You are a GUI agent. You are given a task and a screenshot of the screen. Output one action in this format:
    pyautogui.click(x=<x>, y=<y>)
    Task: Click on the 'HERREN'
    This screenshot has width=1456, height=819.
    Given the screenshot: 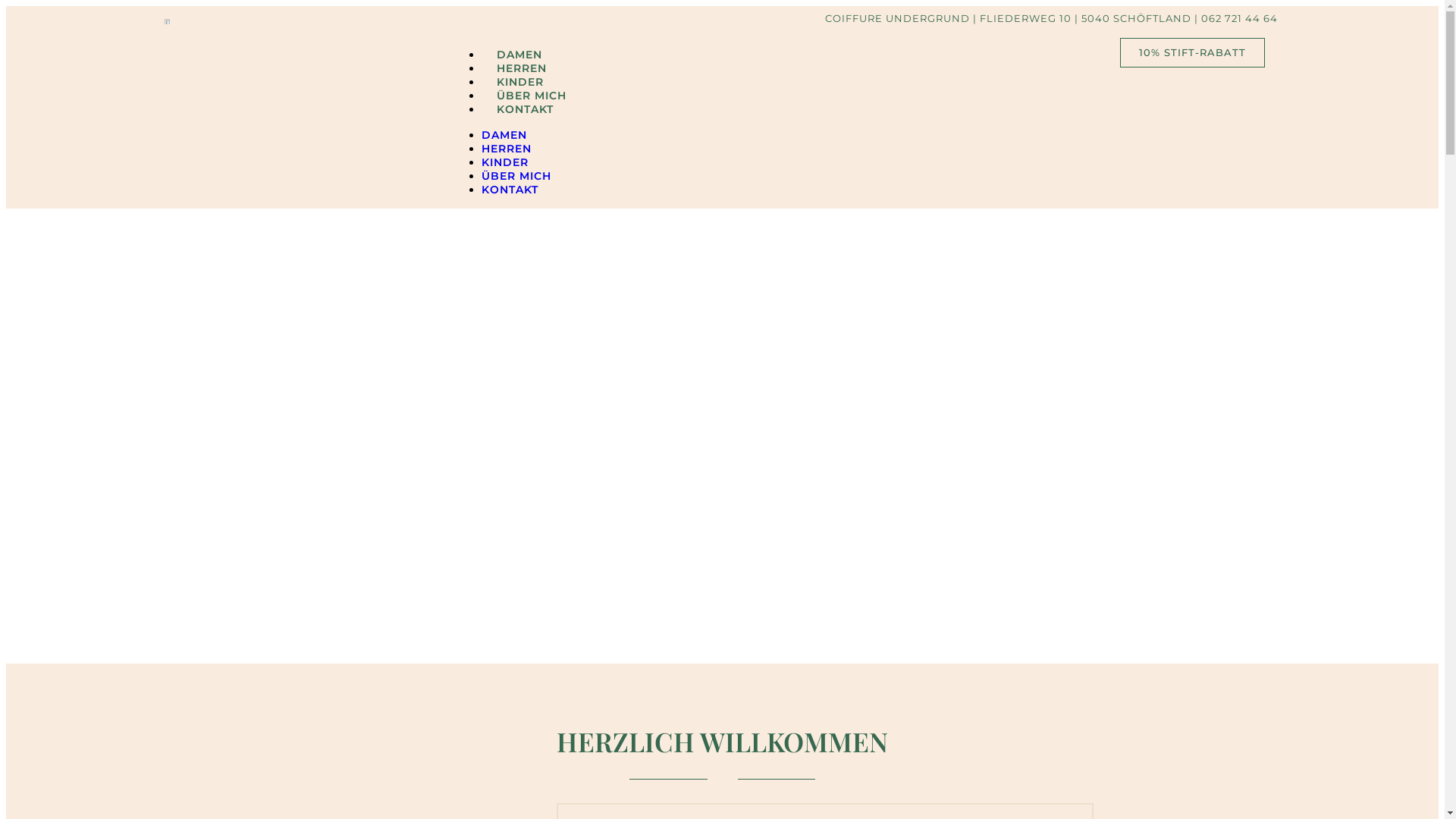 What is the action you would take?
    pyautogui.click(x=521, y=67)
    